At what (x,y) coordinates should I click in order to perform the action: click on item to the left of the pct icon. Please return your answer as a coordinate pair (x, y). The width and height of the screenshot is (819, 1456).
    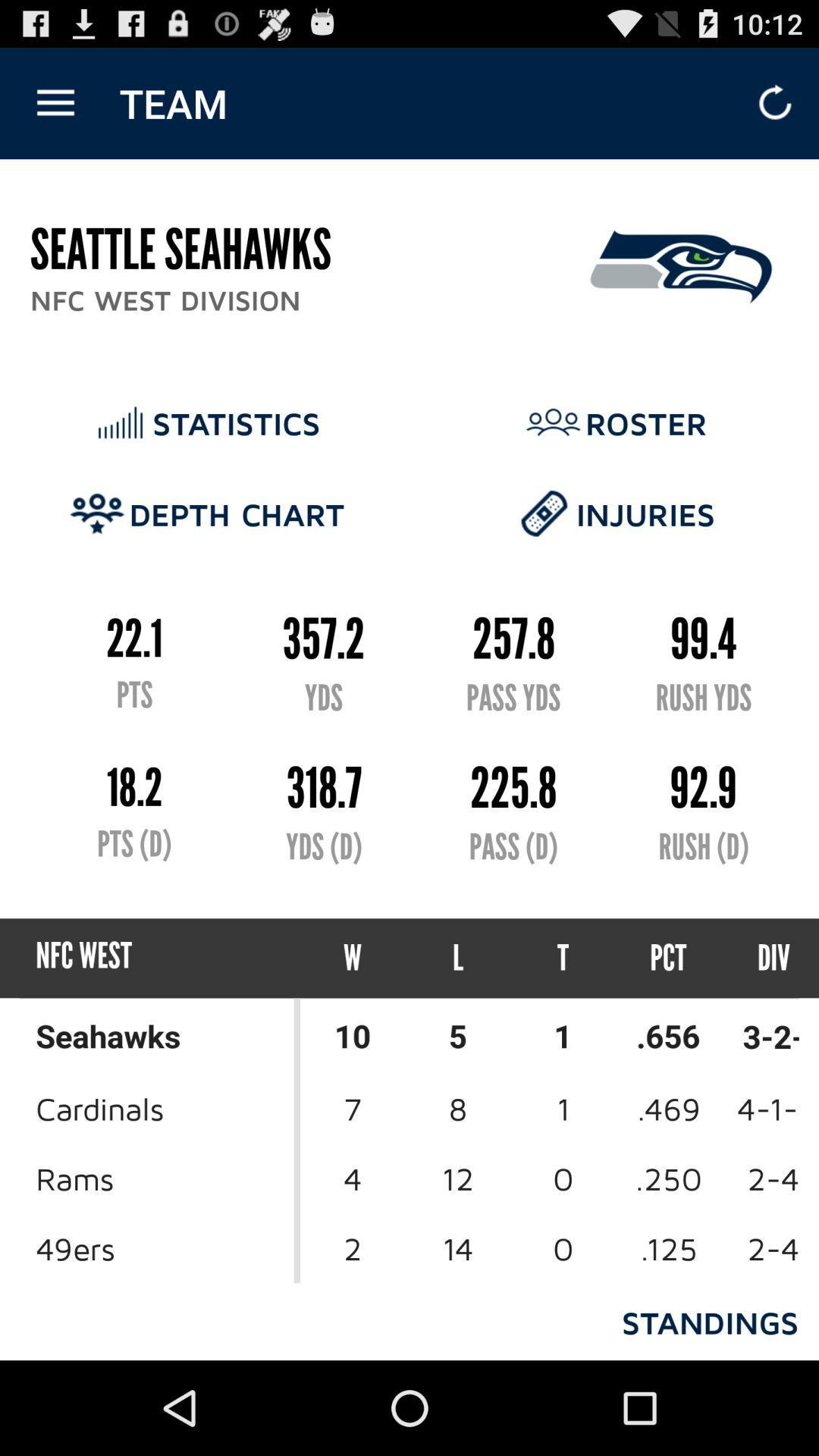
    Looking at the image, I should click on (563, 957).